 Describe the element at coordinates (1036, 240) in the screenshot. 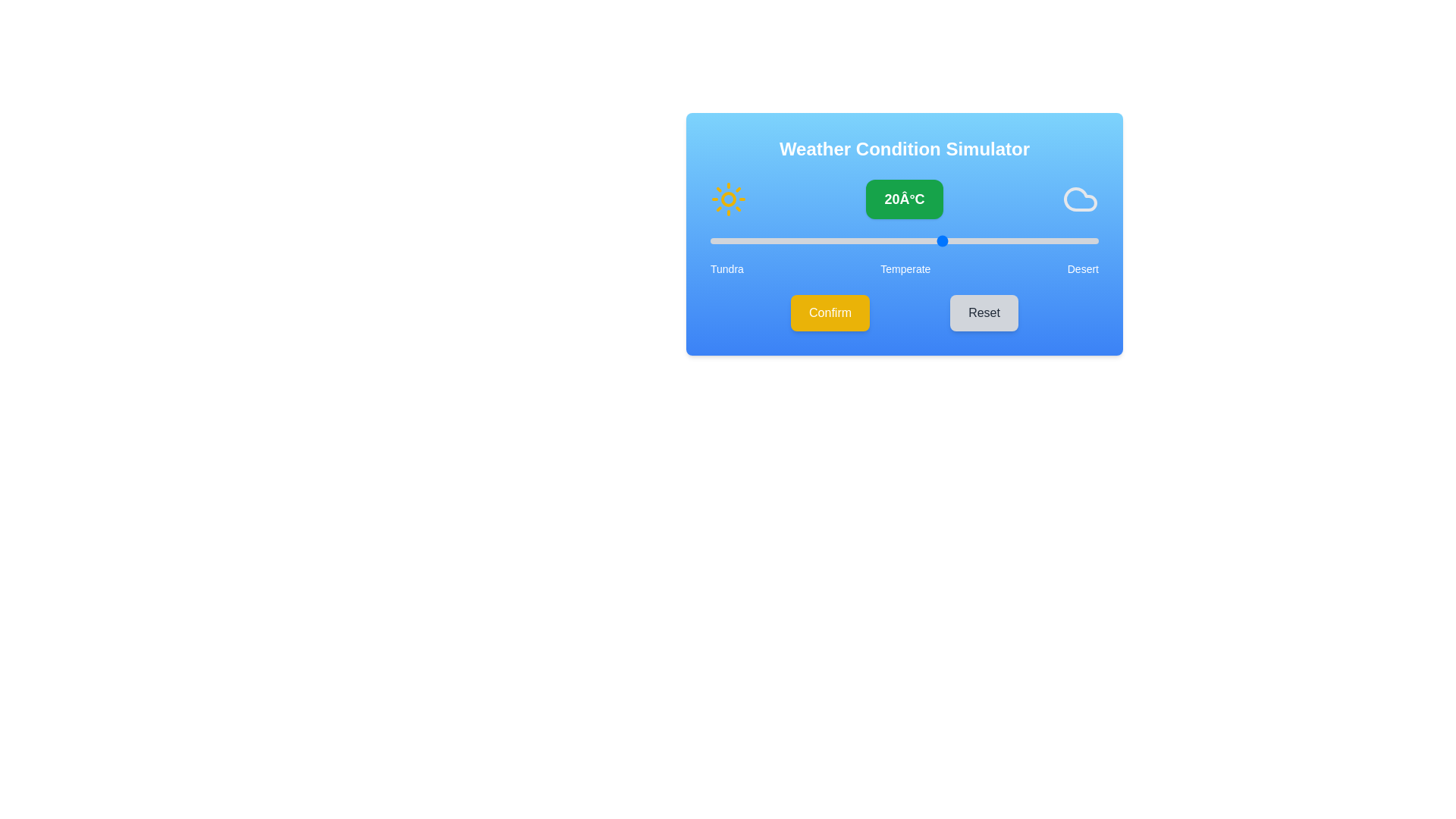

I see `the slider to set the temperature to 32°C` at that location.